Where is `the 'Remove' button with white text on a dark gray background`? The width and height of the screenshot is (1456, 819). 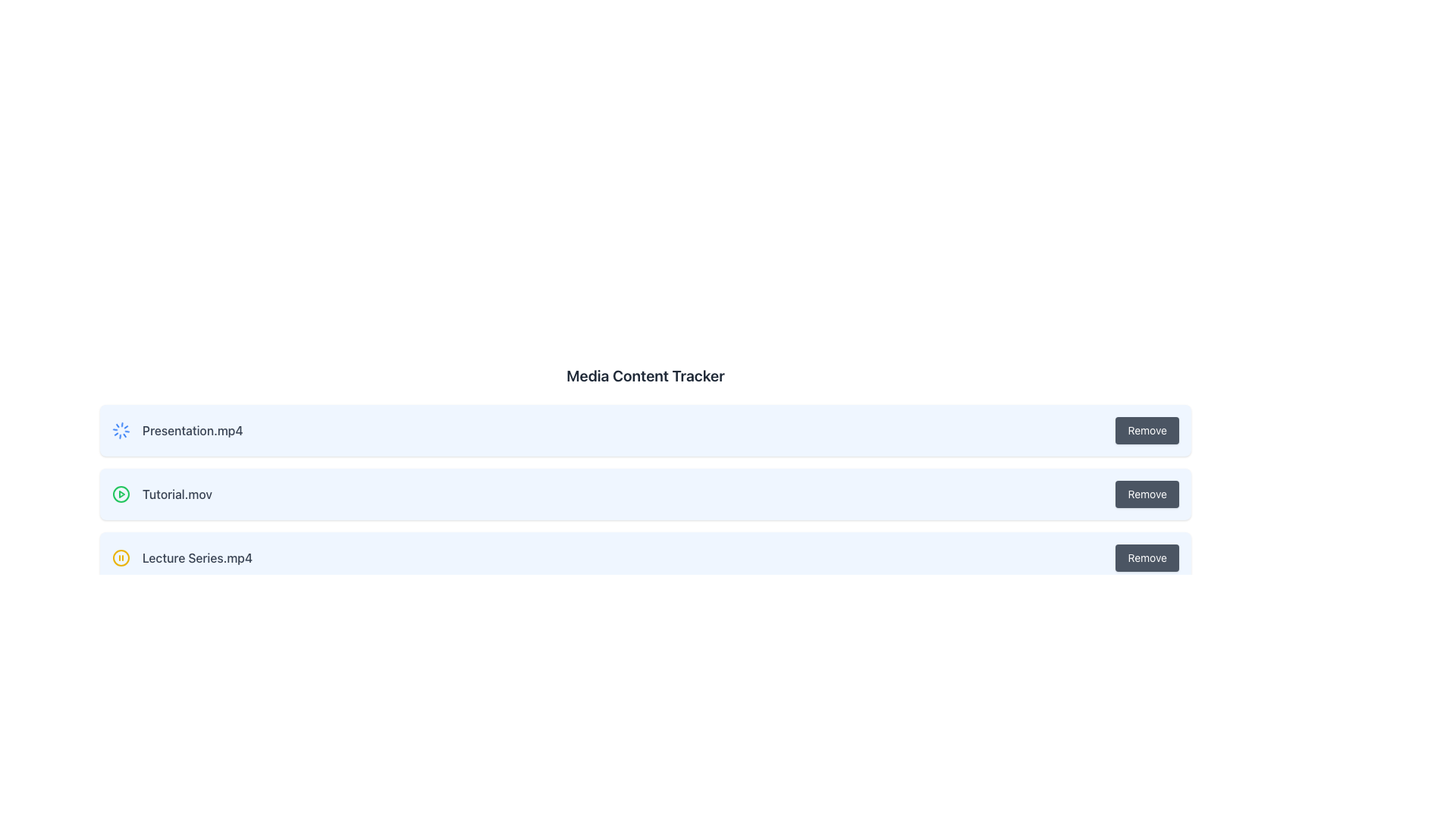 the 'Remove' button with white text on a dark gray background is located at coordinates (1147, 494).